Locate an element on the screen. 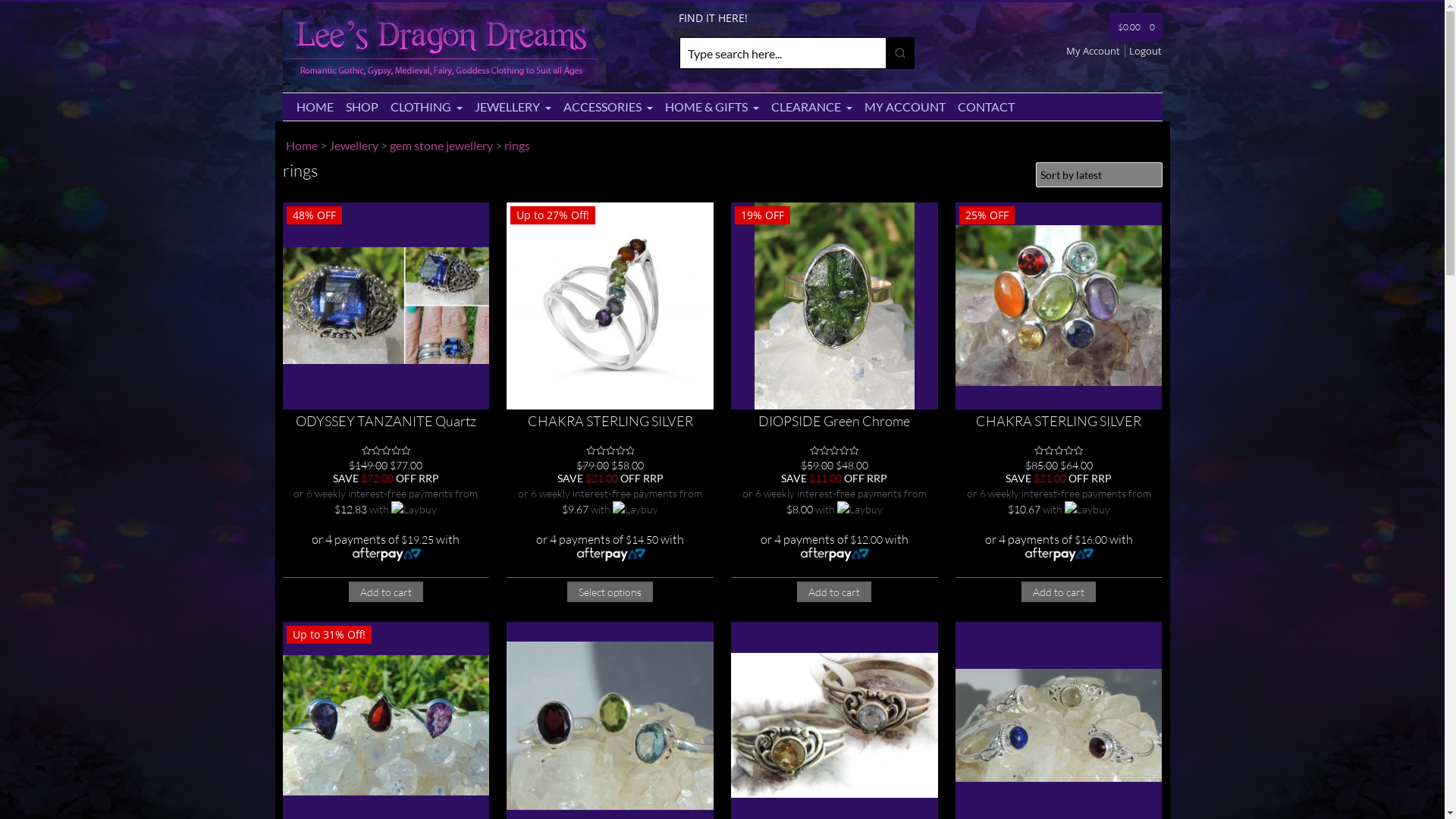 The height and width of the screenshot is (819, 1456). 'HOME' is located at coordinates (313, 106).